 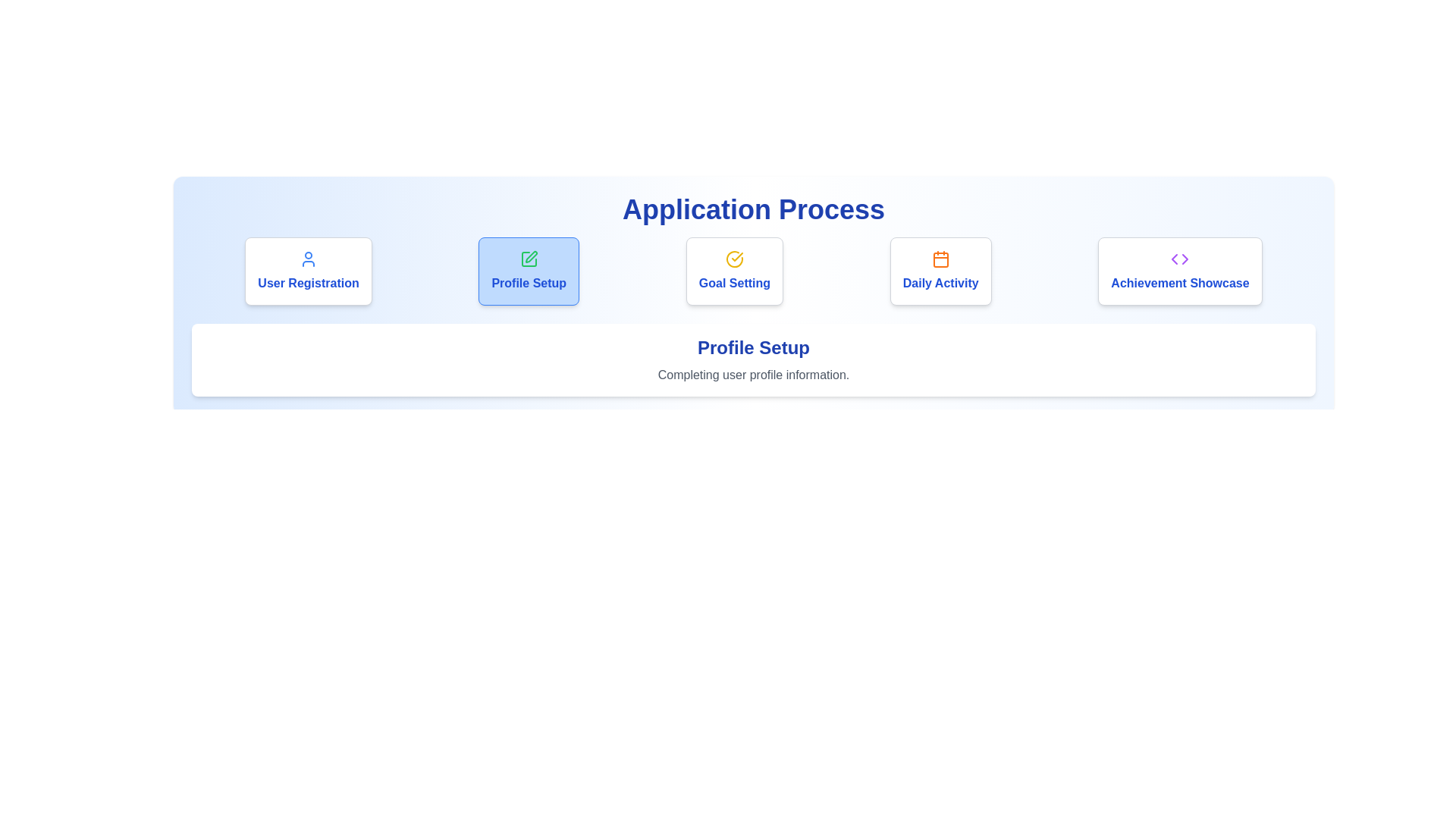 I want to click on the static text label reading 'Completing user profile information.' which is styled in gray color and located beneath the title 'Profile Setup', so click(x=753, y=375).